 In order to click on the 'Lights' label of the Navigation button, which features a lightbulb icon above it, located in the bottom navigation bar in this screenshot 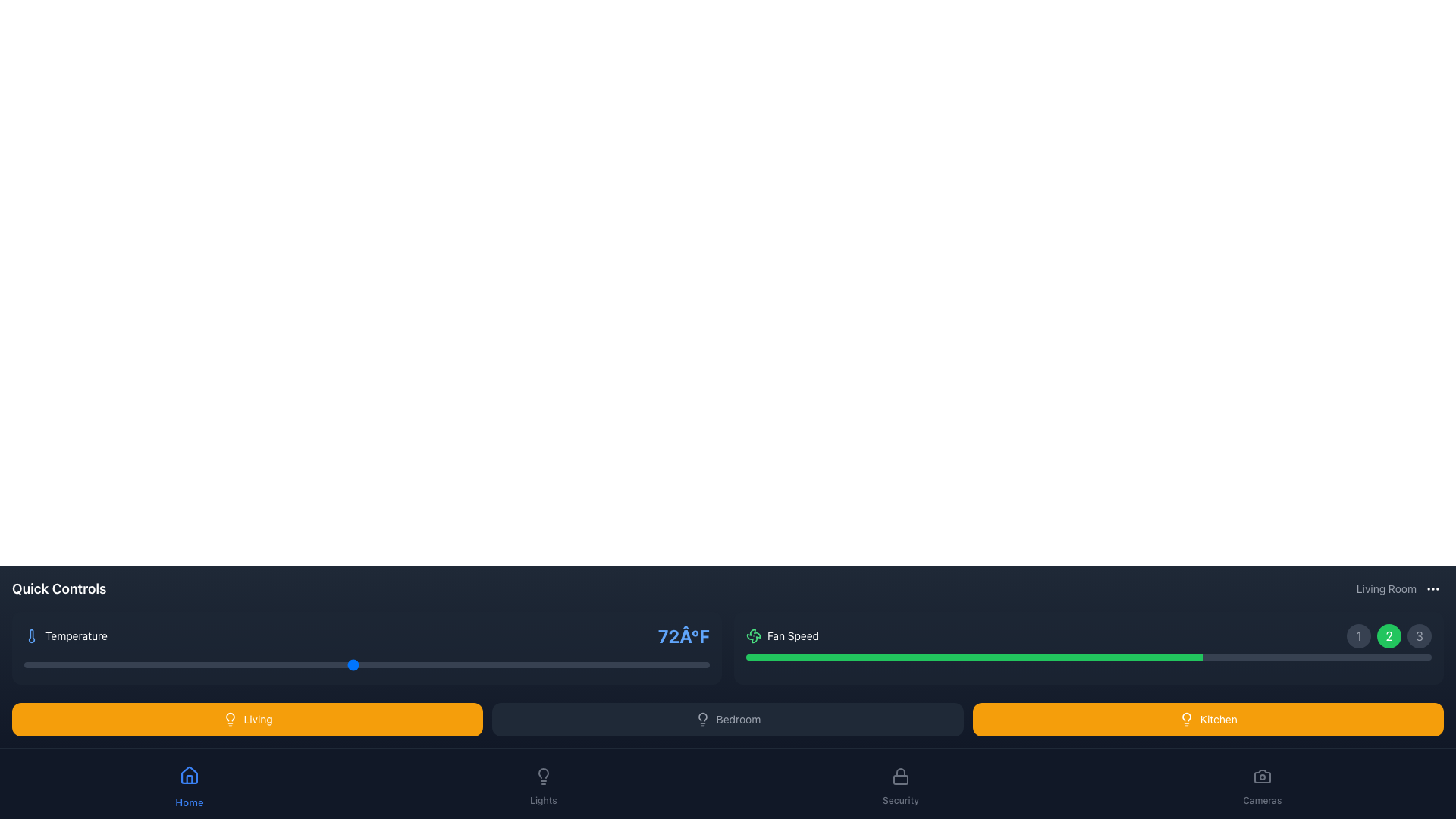, I will do `click(543, 783)`.